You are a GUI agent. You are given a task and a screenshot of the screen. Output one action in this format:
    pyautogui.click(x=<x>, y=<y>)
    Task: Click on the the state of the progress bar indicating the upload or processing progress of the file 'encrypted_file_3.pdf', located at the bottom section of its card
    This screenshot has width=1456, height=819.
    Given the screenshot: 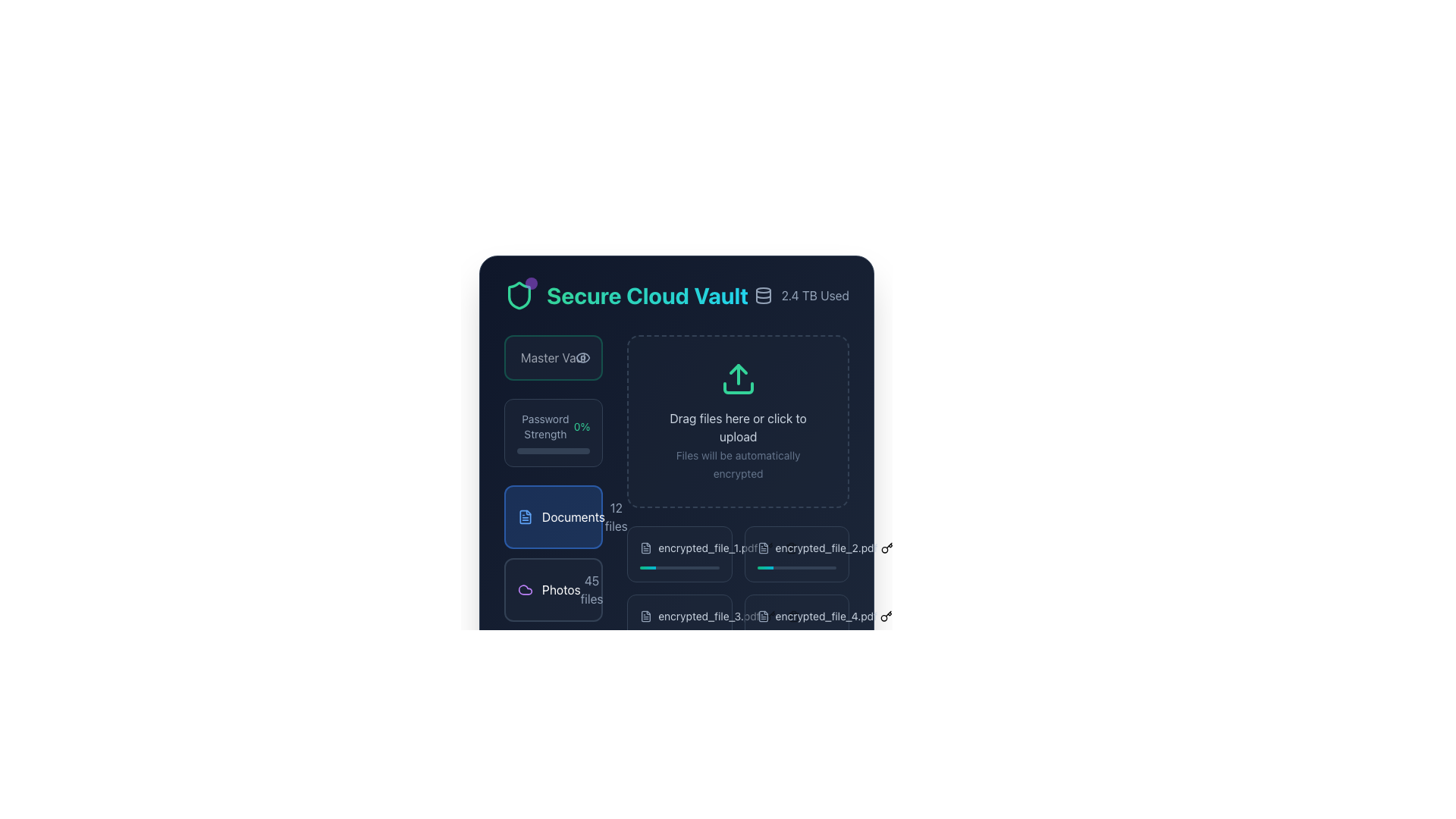 What is the action you would take?
    pyautogui.click(x=679, y=636)
    